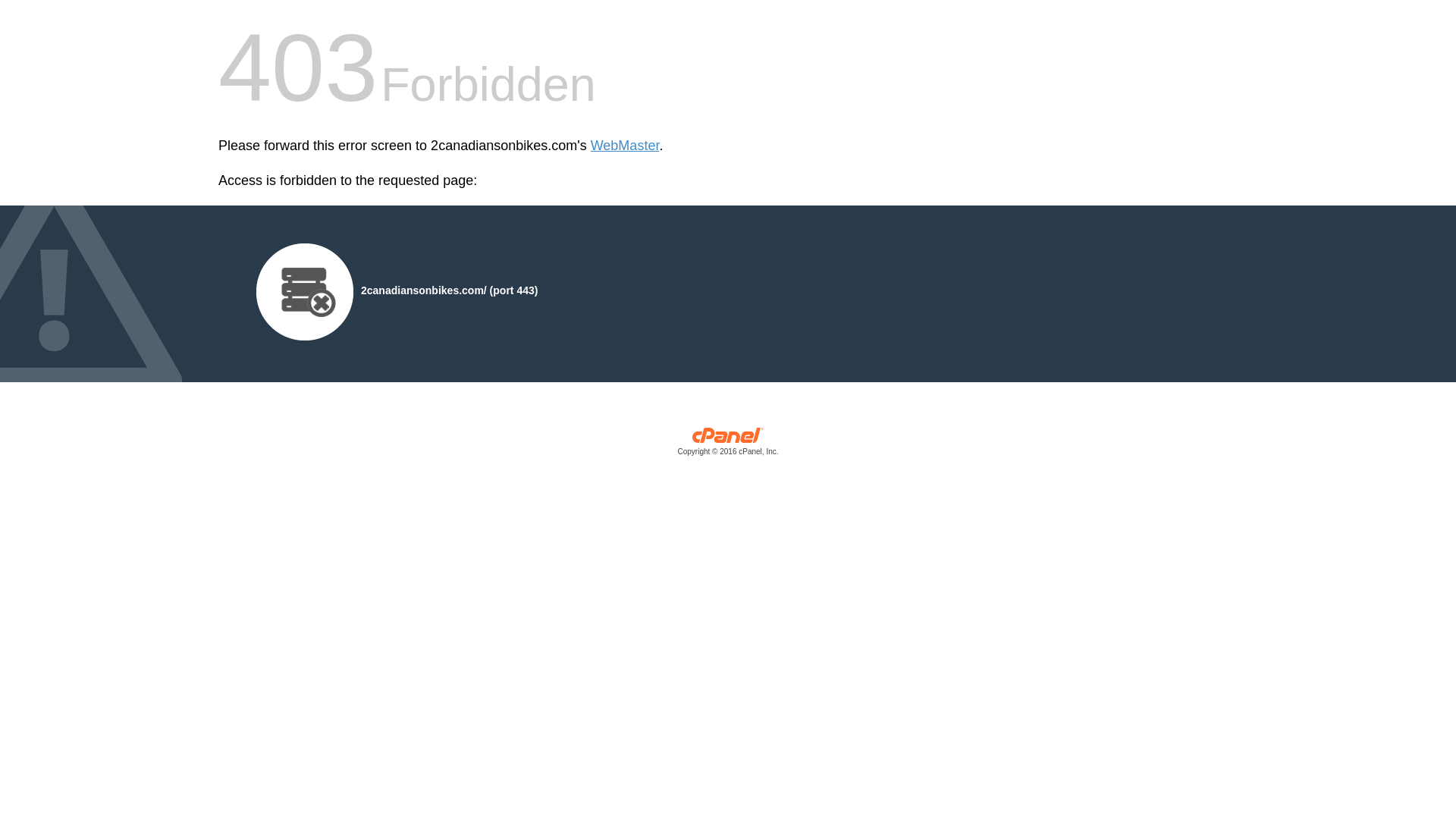 The height and width of the screenshot is (819, 1456). Describe the element at coordinates (589, 146) in the screenshot. I see `'WebMaster'` at that location.